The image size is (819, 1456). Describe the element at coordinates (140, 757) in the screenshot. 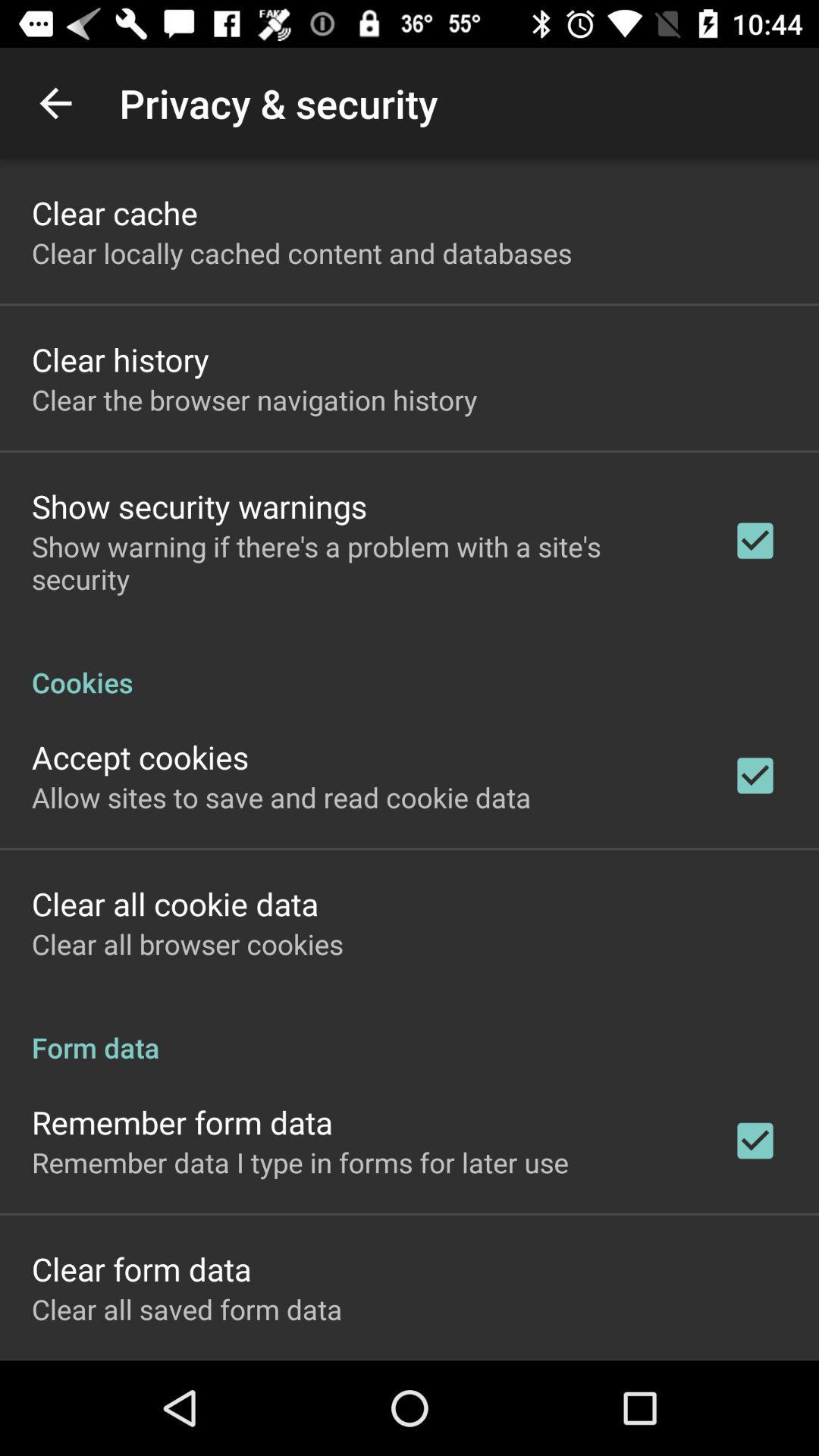

I see `accept cookies item` at that location.